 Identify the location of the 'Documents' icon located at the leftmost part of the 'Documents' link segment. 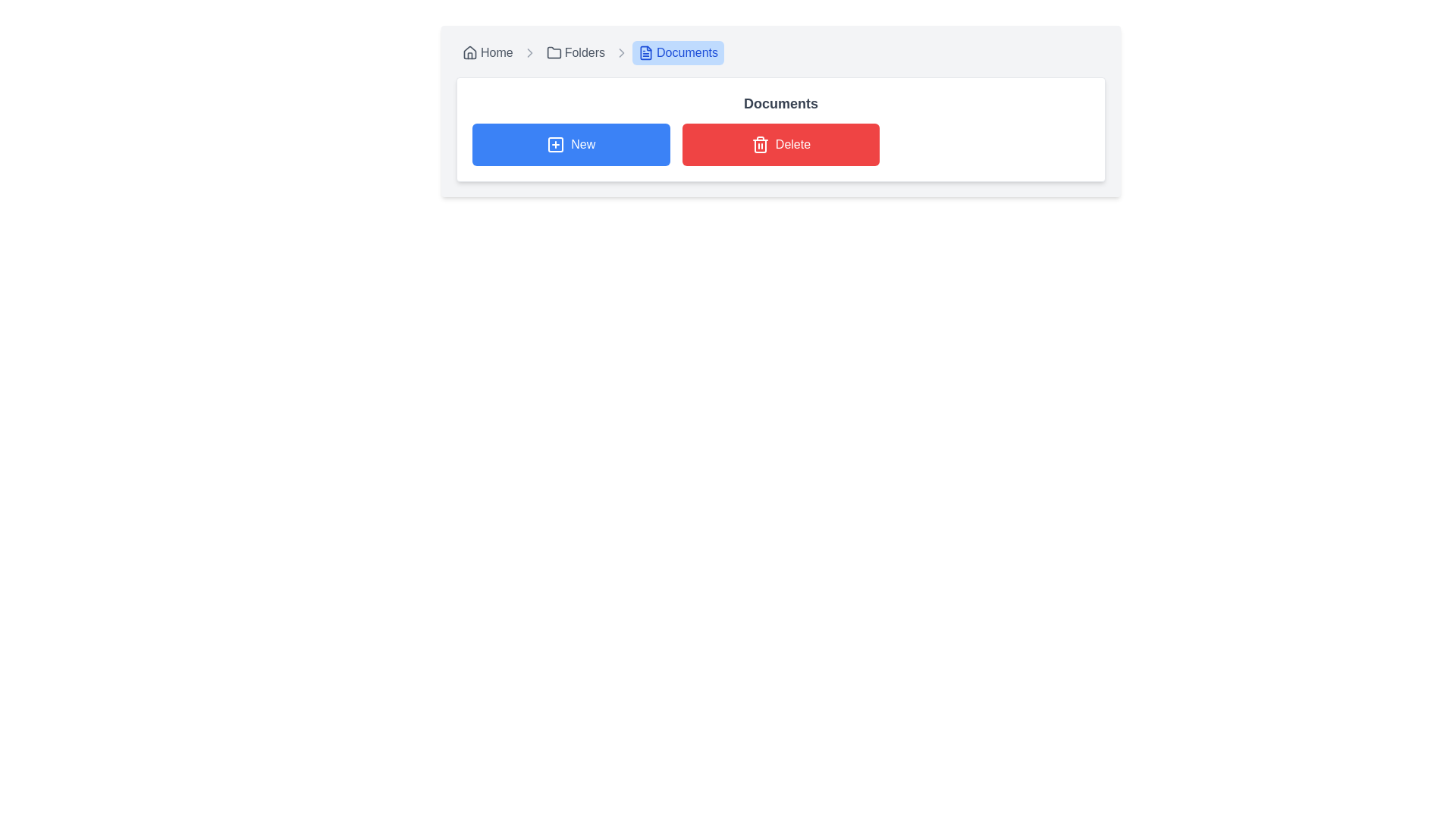
(646, 52).